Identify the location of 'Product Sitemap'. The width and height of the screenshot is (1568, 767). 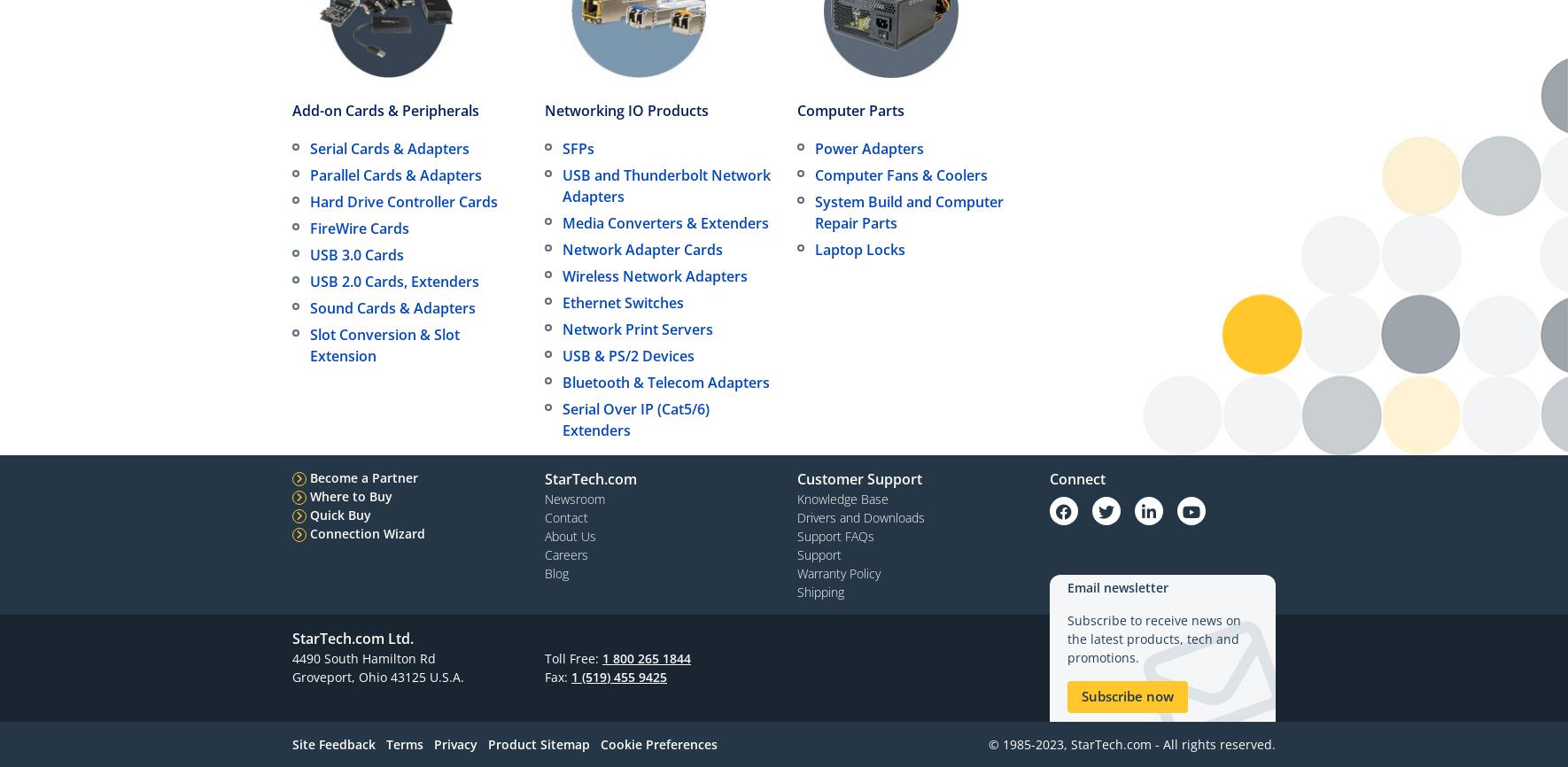
(538, 743).